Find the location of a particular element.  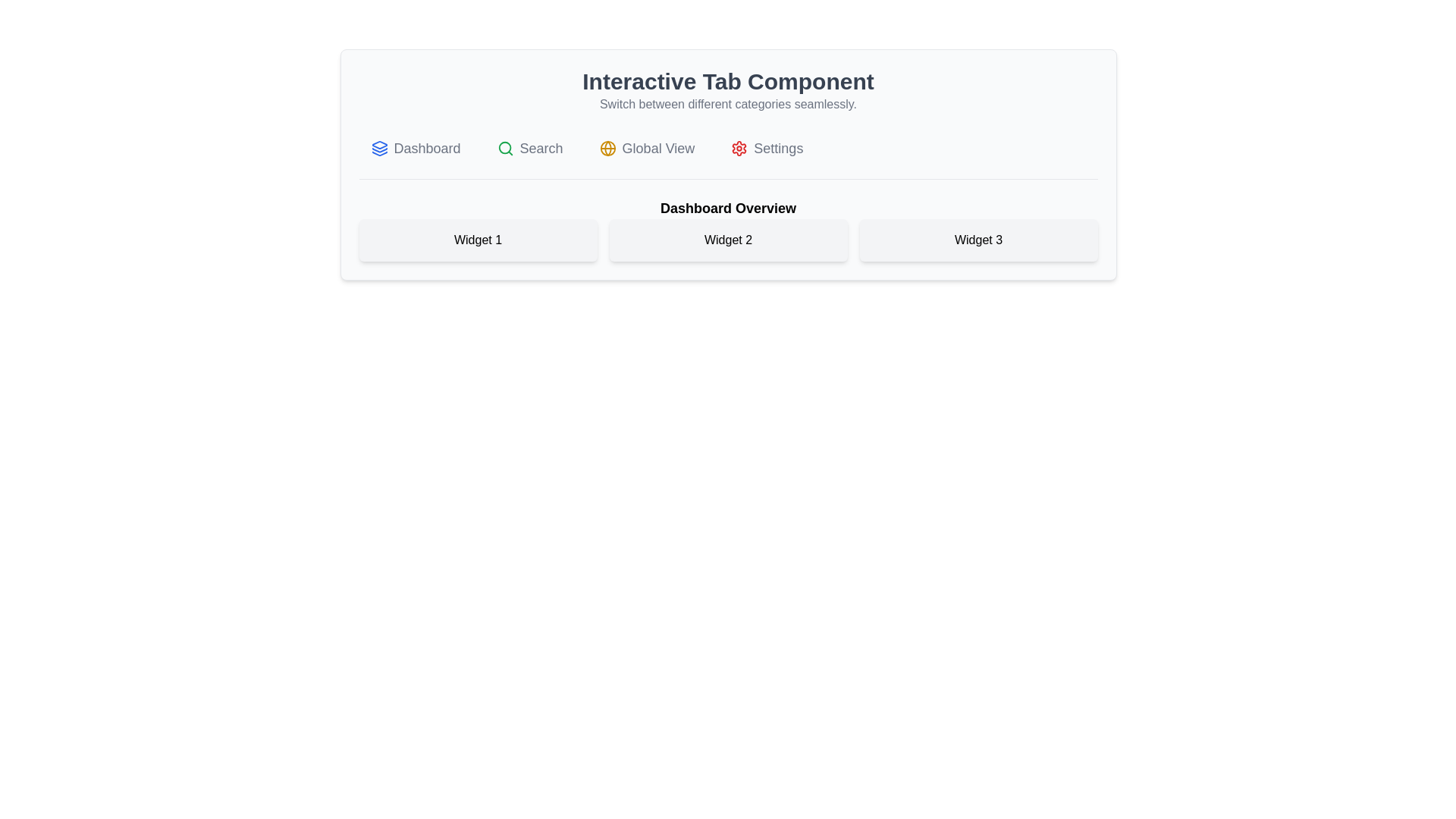

the 'Global View' button, which is the third tab in the horizontal navigation menu, located between 'Search' and 'Settings', displaying a globe icon and gray text is located at coordinates (647, 149).